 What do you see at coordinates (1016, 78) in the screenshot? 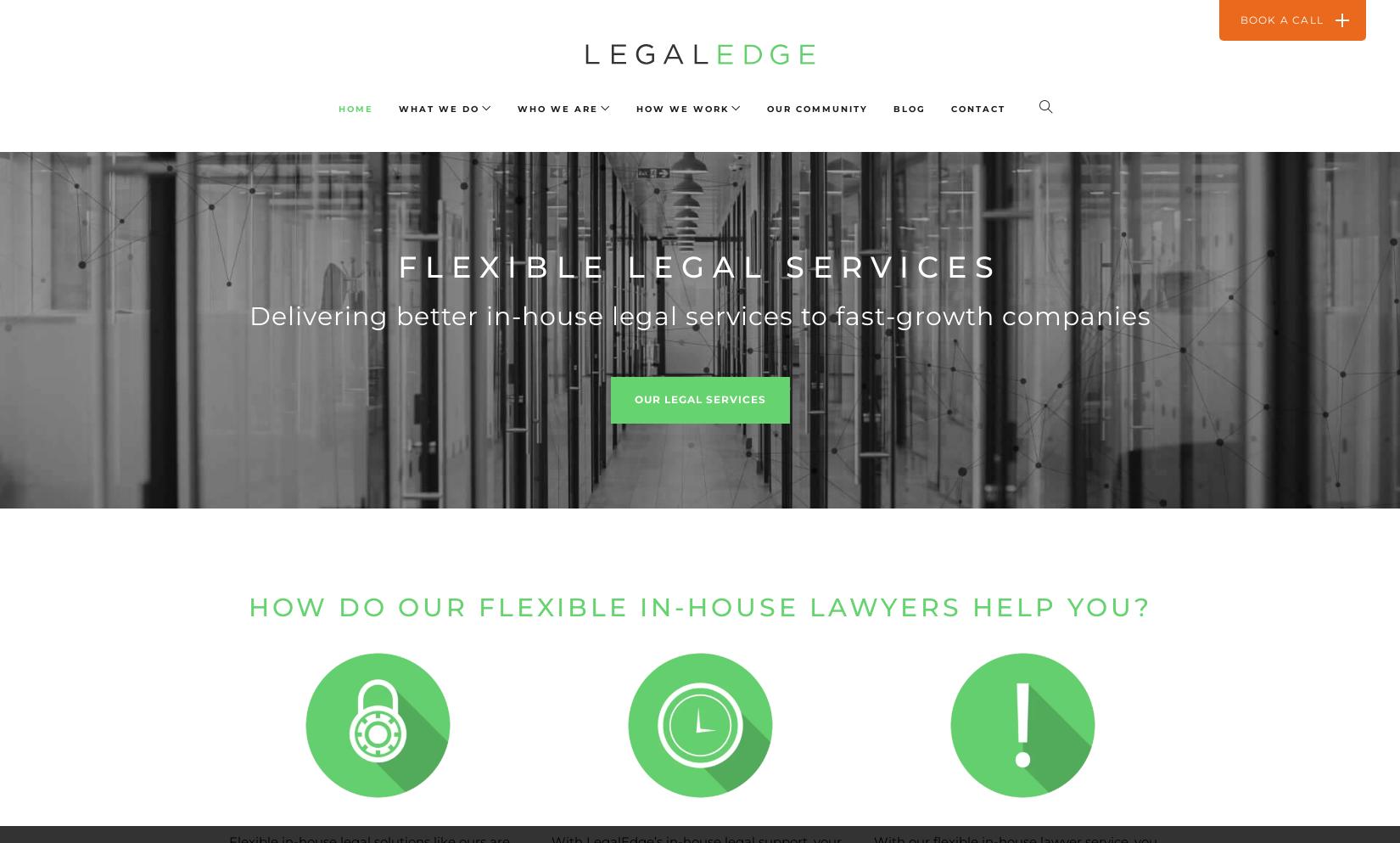
I see `'save time and money because we don’t over-lawyer, don’t do long contracts or endless negotiations and don’t put the clock on and leave it on. We are not a law firm.'` at bounding box center [1016, 78].